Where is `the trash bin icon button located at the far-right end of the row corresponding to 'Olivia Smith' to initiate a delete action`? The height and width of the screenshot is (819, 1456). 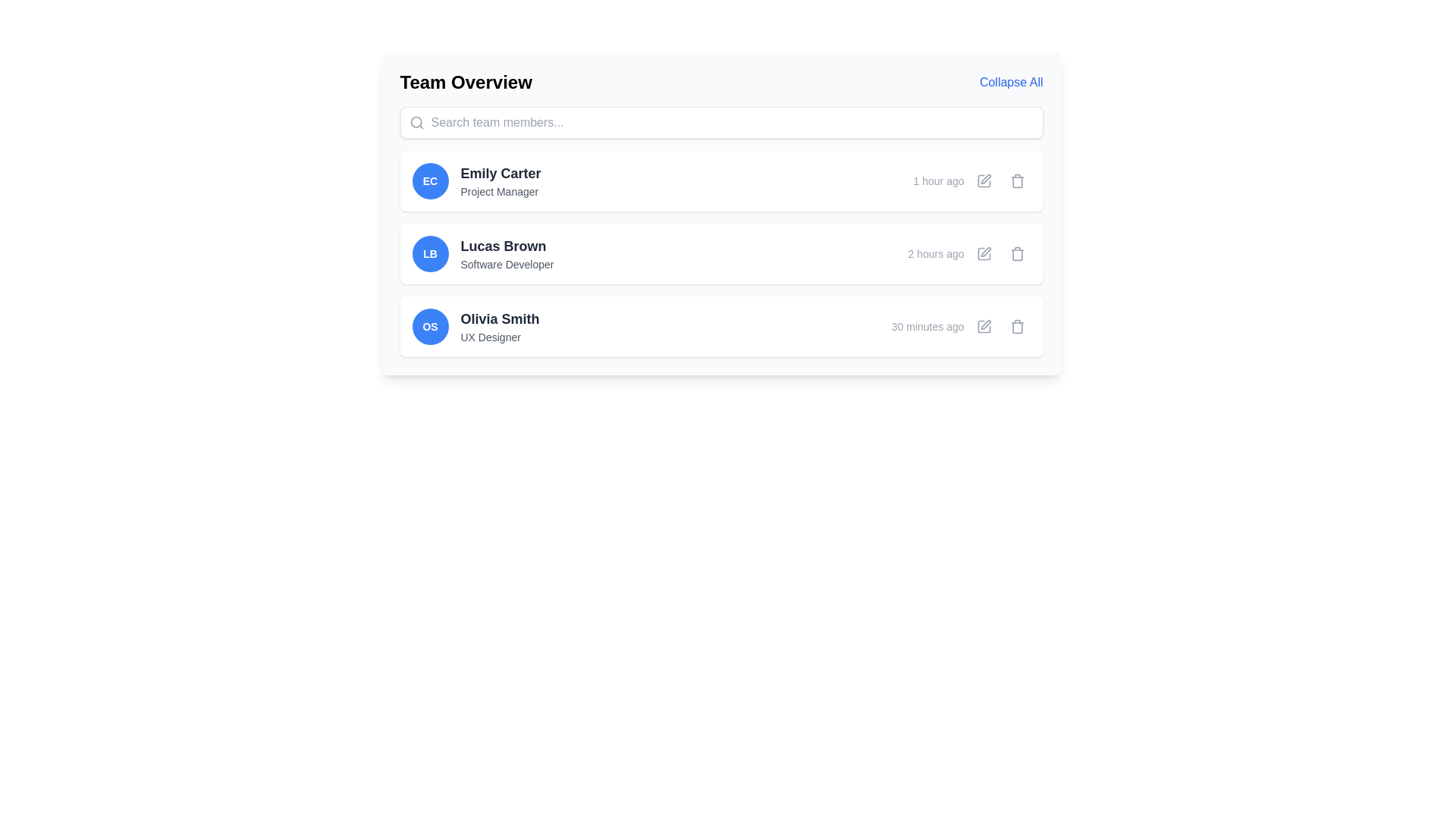 the trash bin icon button located at the far-right end of the row corresponding to 'Olivia Smith' to initiate a delete action is located at coordinates (1017, 326).